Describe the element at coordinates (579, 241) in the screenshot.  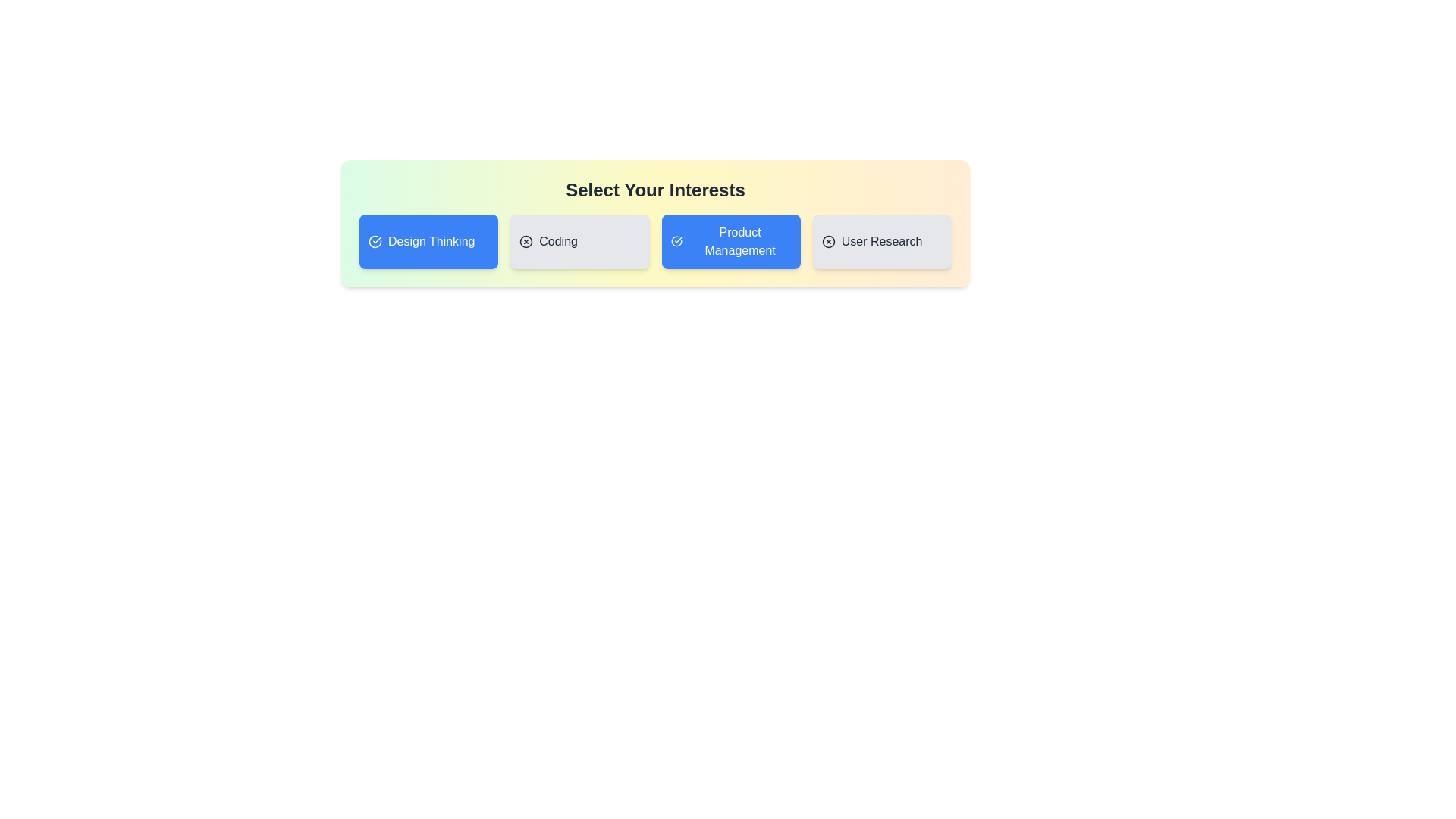
I see `the chip labeled Coding` at that location.